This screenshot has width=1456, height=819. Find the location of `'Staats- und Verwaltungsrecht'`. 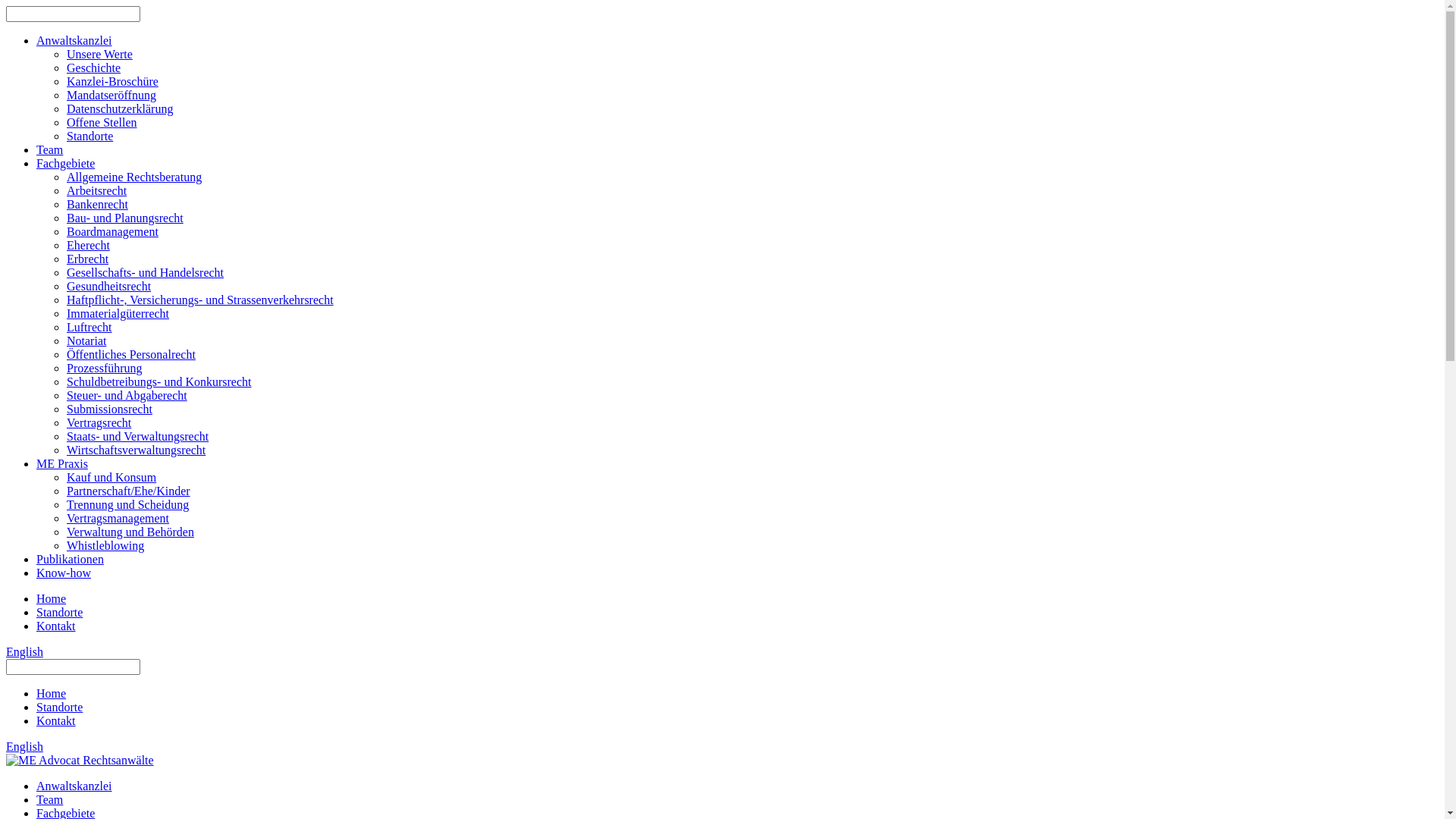

'Staats- und Verwaltungsrecht' is located at coordinates (137, 436).